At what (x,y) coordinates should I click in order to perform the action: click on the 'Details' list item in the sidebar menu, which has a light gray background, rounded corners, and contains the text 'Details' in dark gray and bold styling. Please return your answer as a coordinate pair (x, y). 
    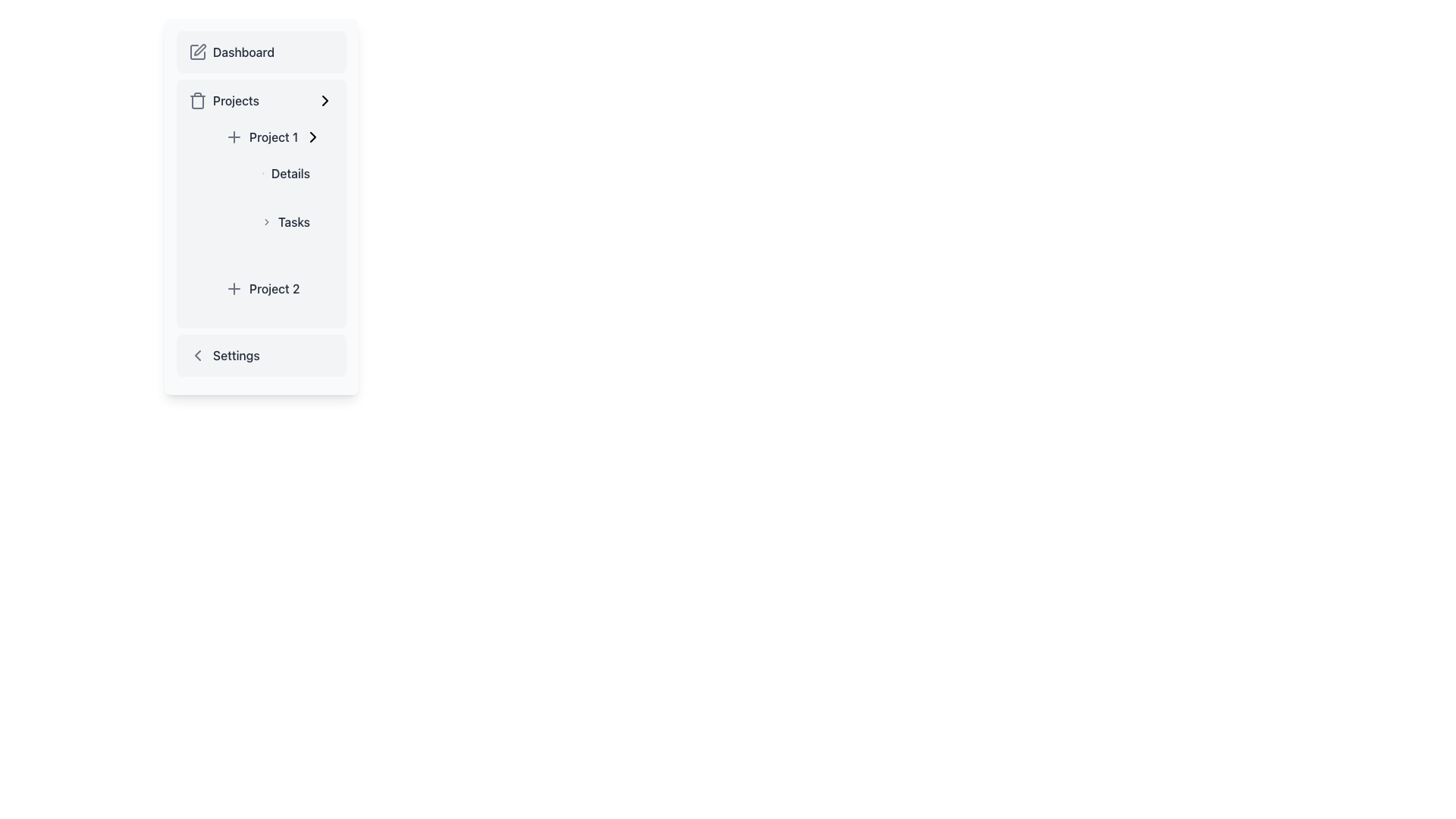
    Looking at the image, I should click on (286, 172).